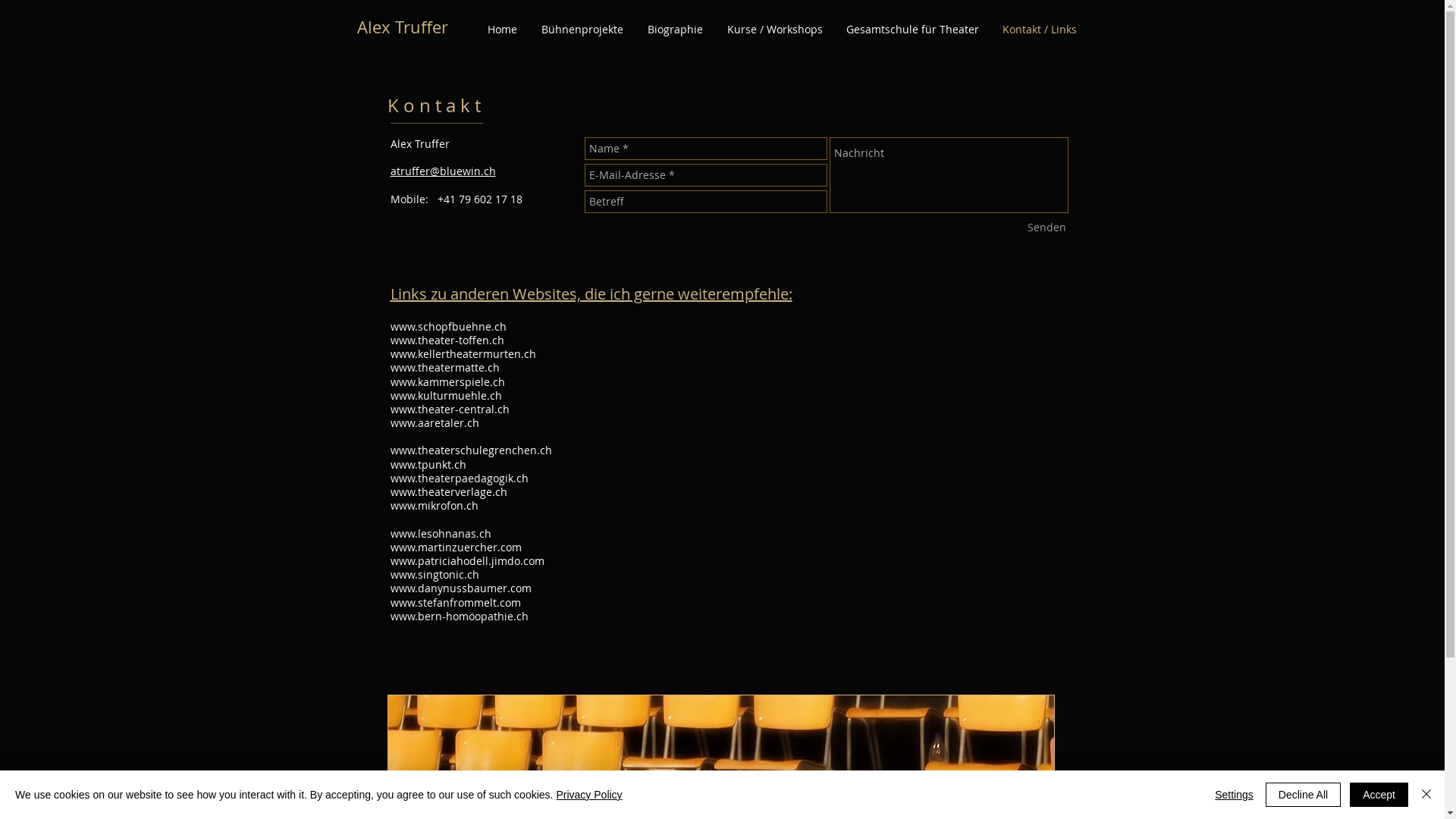 The width and height of the screenshot is (1456, 819). What do you see at coordinates (446, 339) in the screenshot?
I see `'www.theater-toffen.ch'` at bounding box center [446, 339].